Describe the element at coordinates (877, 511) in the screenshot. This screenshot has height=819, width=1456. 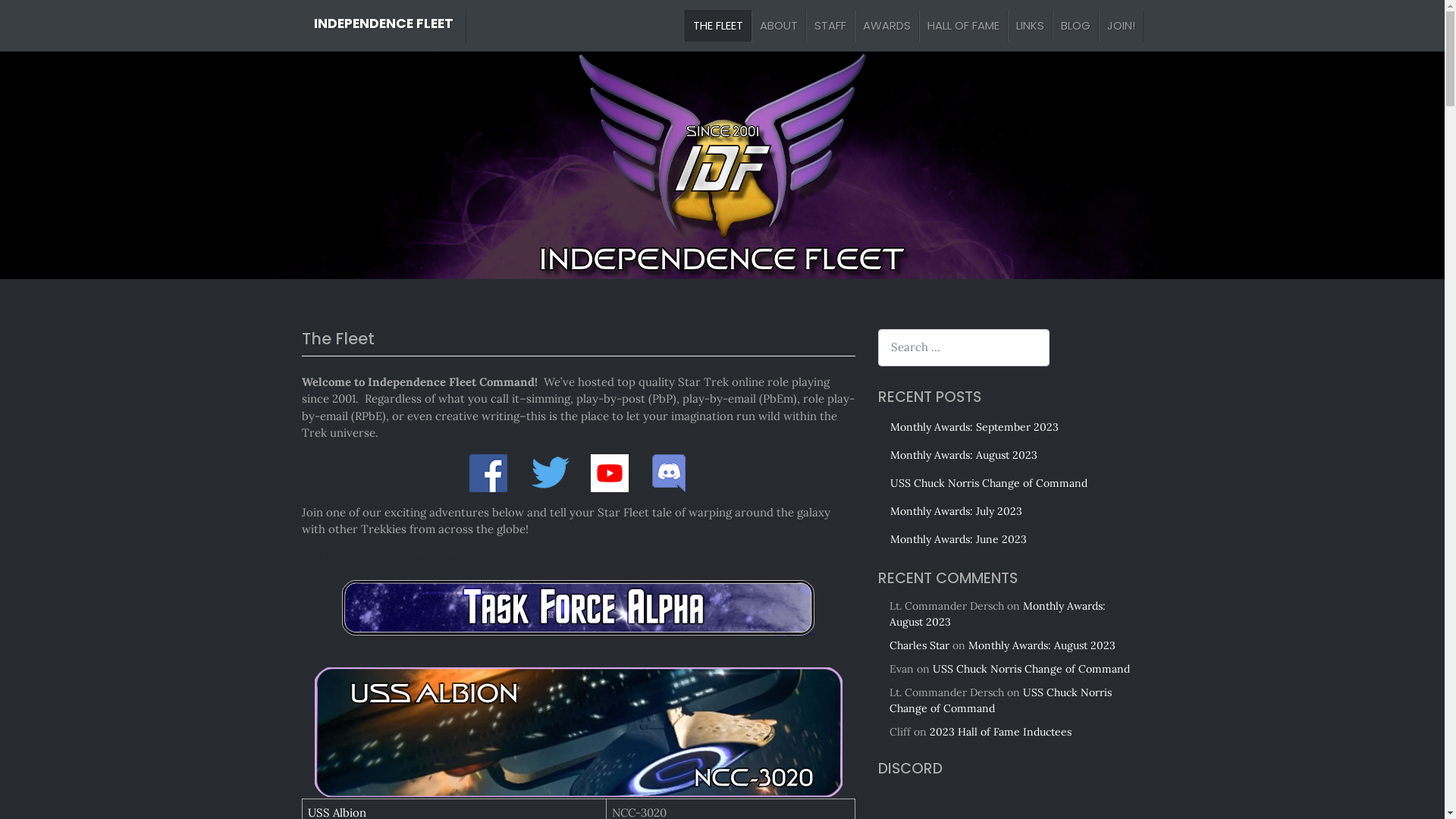
I see `'Monthly Awards: July 2023'` at that location.